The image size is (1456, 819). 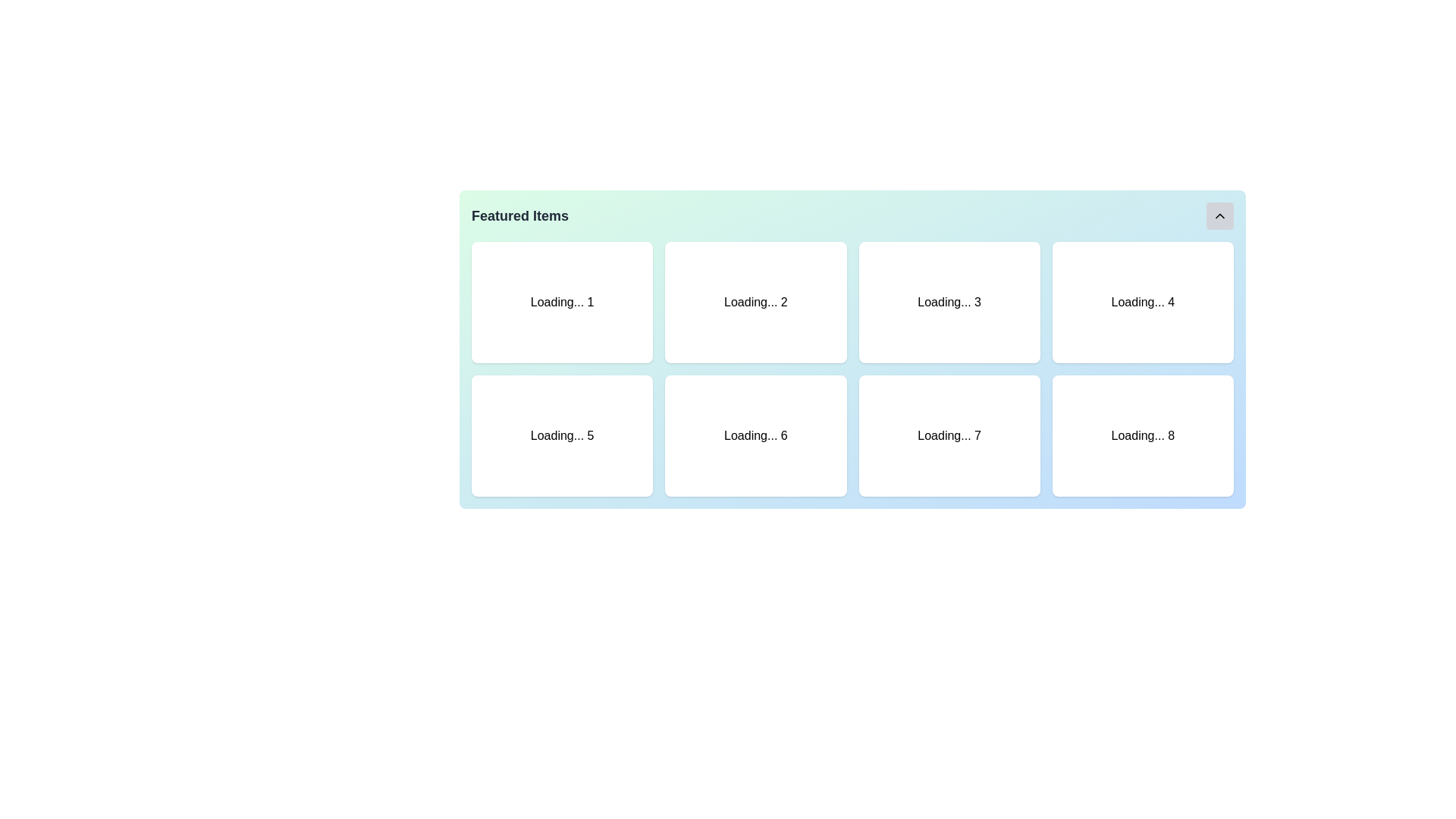 What do you see at coordinates (520, 216) in the screenshot?
I see `the 'Featured Items' text label, which is styled in bold dark gray against a light background and located in the header section` at bounding box center [520, 216].